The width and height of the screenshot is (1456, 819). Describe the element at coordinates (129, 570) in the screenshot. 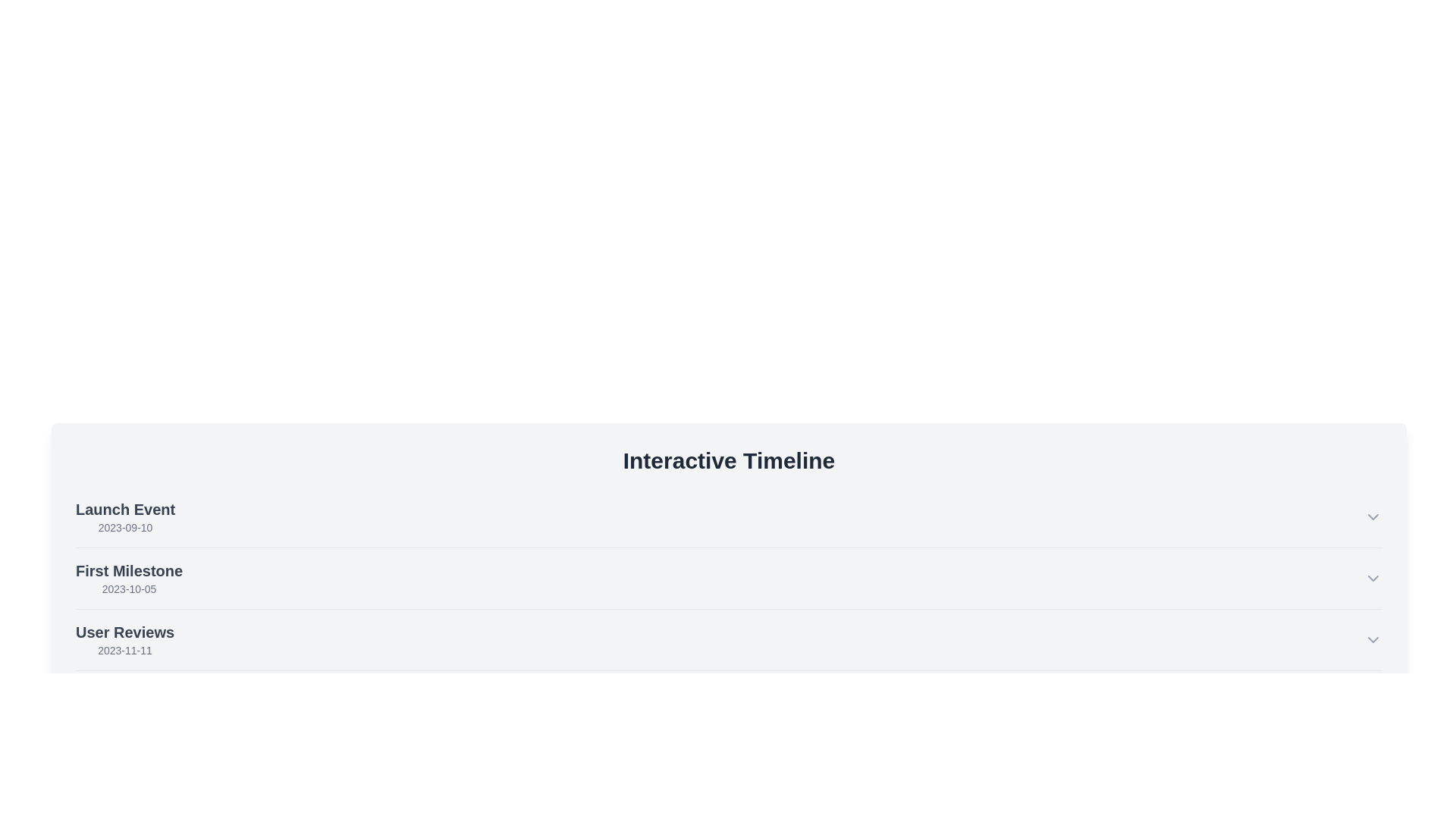

I see `the text label for the timeline event titled 'First Milestone'` at that location.